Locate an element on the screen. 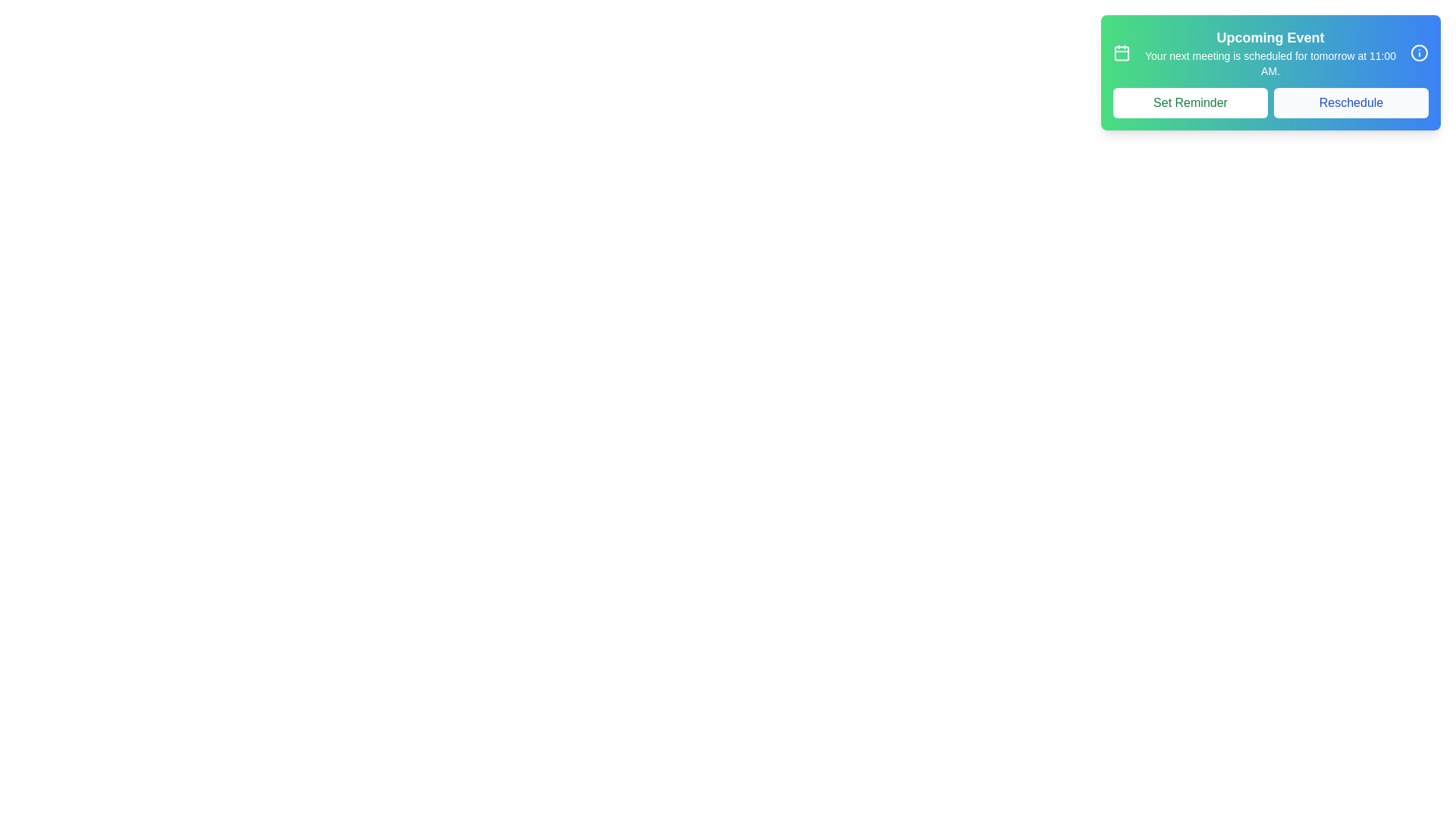 This screenshot has height=819, width=1456. the 'Reschedule' button to initiate the rescheduling process is located at coordinates (1351, 102).